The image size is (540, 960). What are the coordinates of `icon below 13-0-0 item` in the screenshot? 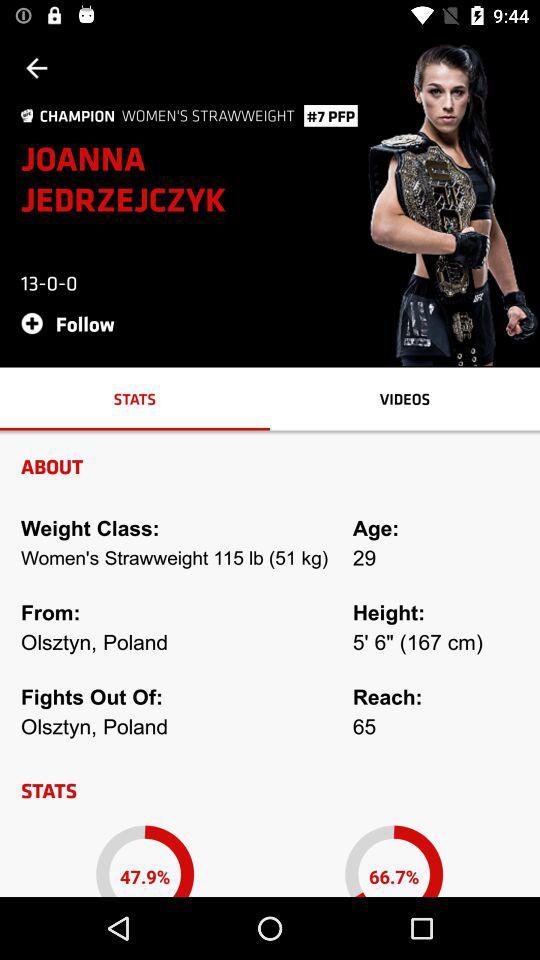 It's located at (73, 323).